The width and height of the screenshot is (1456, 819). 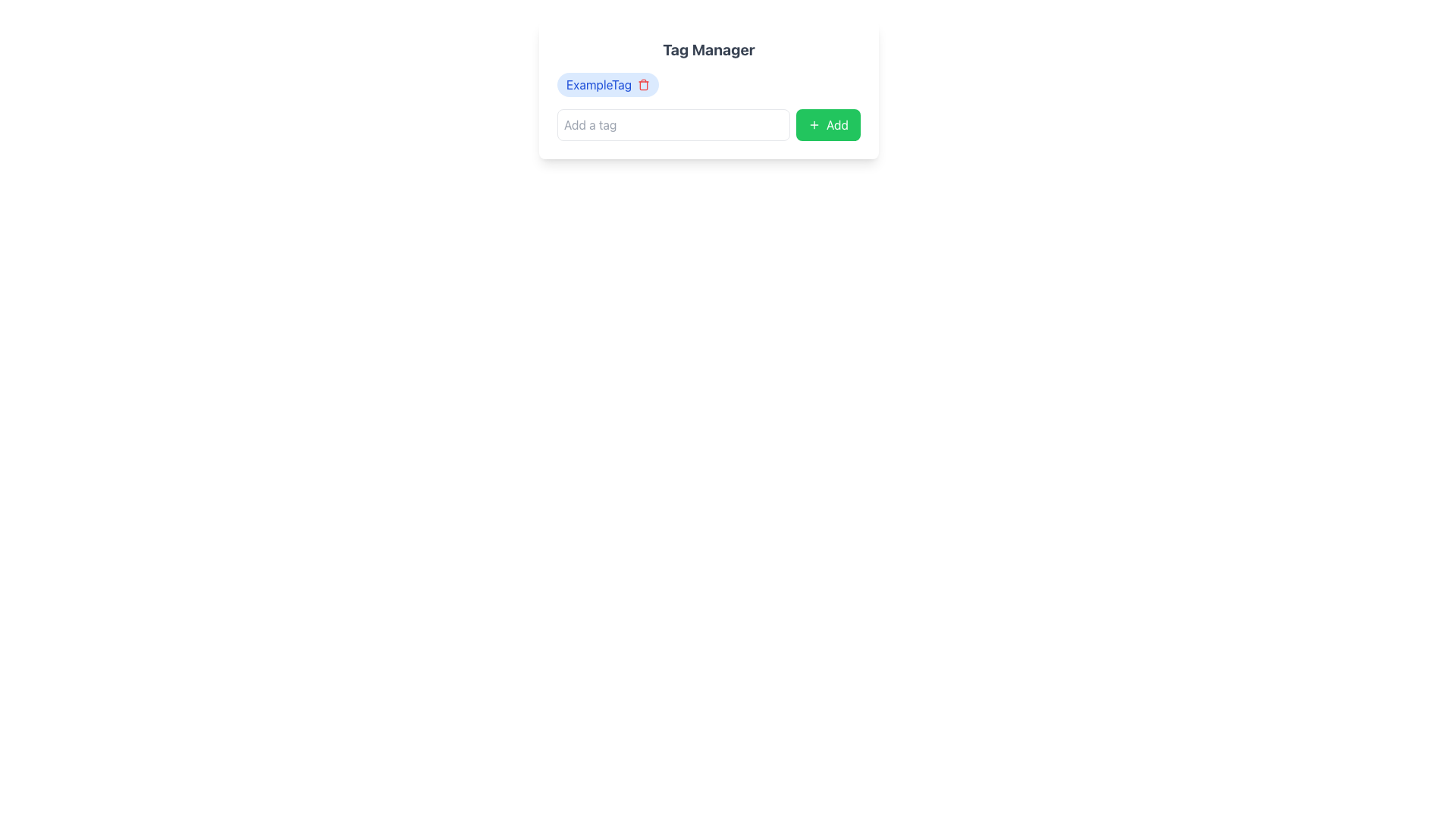 What do you see at coordinates (827, 124) in the screenshot?
I see `the green 'Add' button with a plus icon located in the 'Tag Manager' section` at bounding box center [827, 124].